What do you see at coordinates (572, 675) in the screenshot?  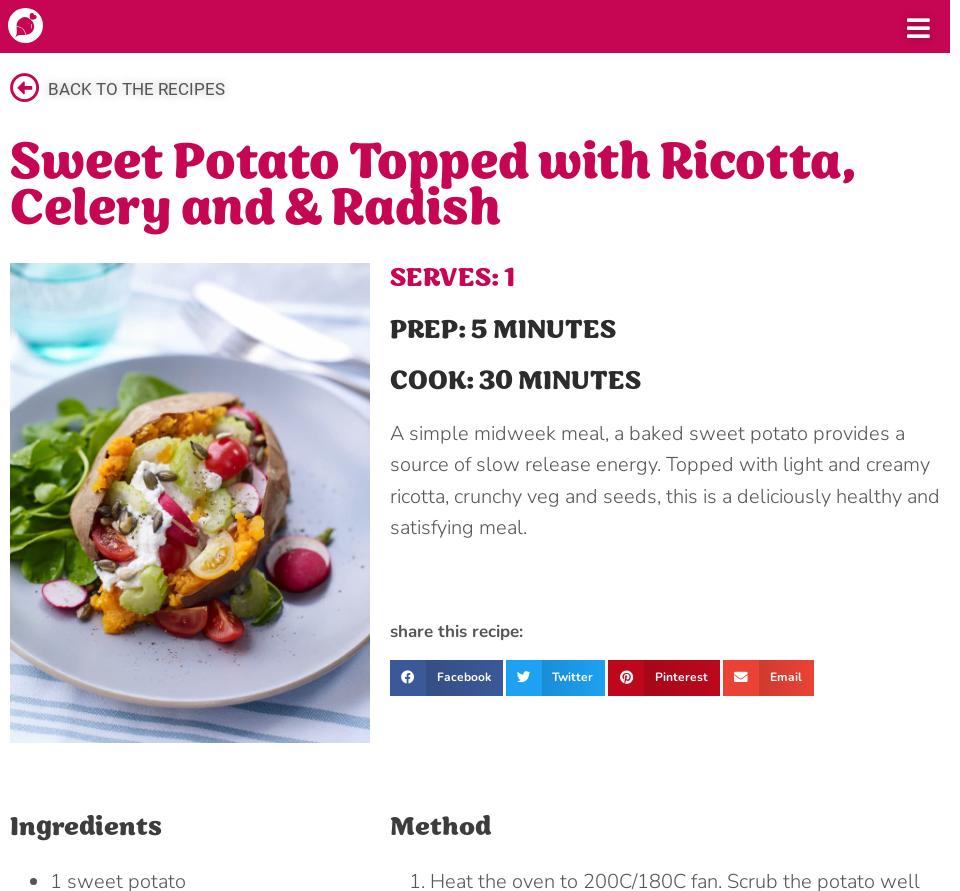 I see `'Twitter'` at bounding box center [572, 675].